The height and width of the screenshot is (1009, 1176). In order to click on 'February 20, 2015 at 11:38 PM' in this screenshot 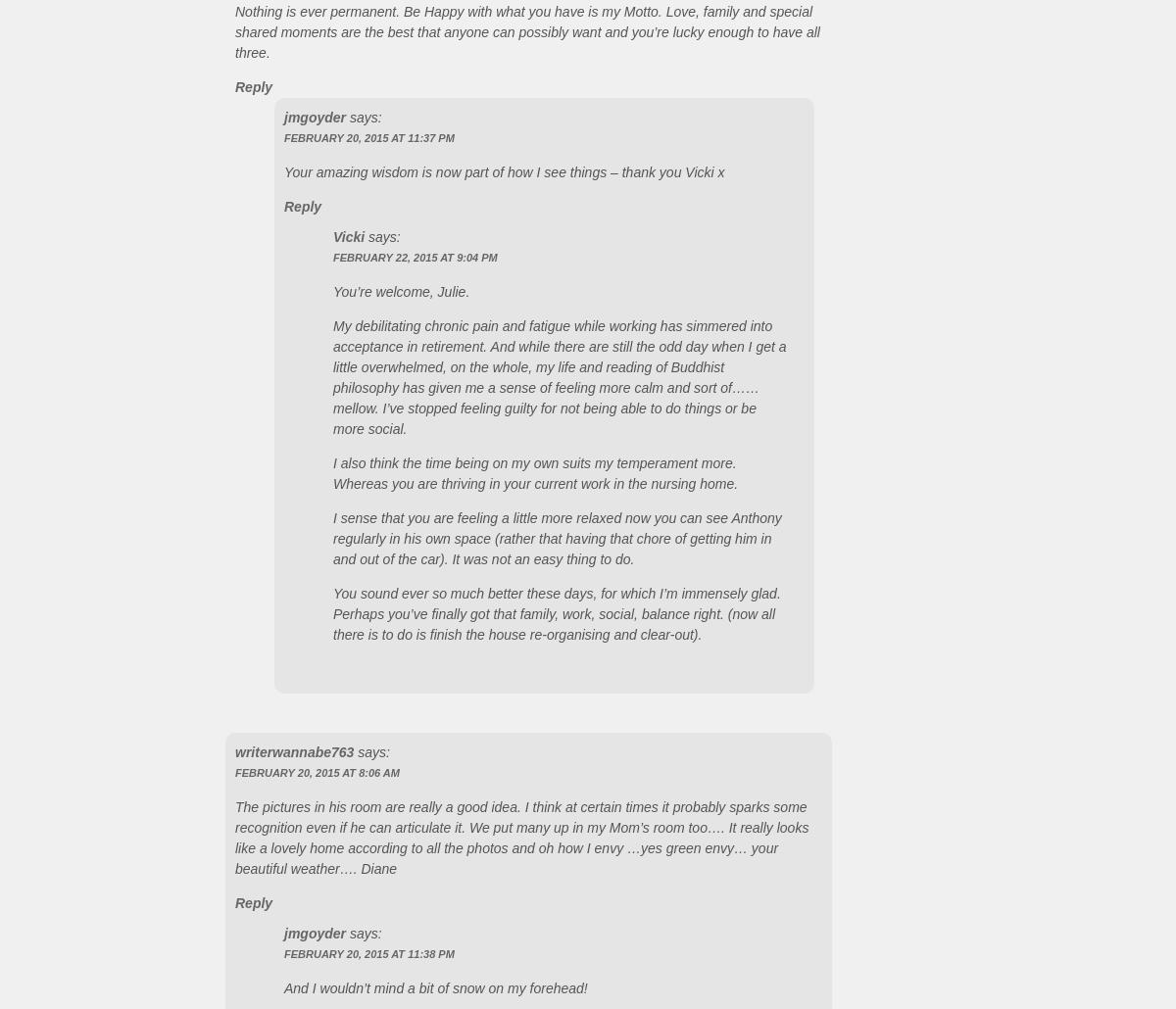, I will do `click(368, 952)`.